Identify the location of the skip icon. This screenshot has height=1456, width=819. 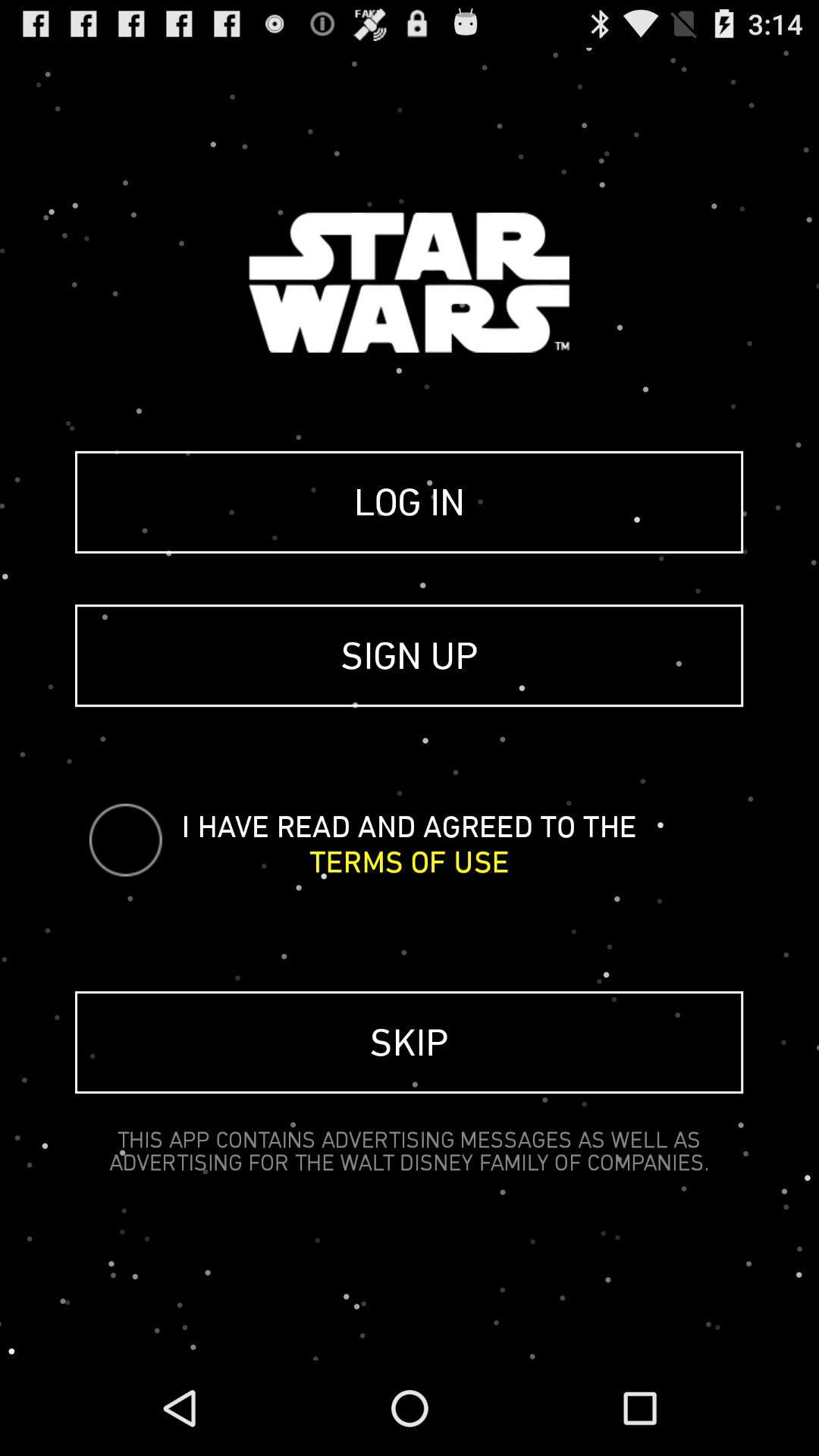
(408, 1041).